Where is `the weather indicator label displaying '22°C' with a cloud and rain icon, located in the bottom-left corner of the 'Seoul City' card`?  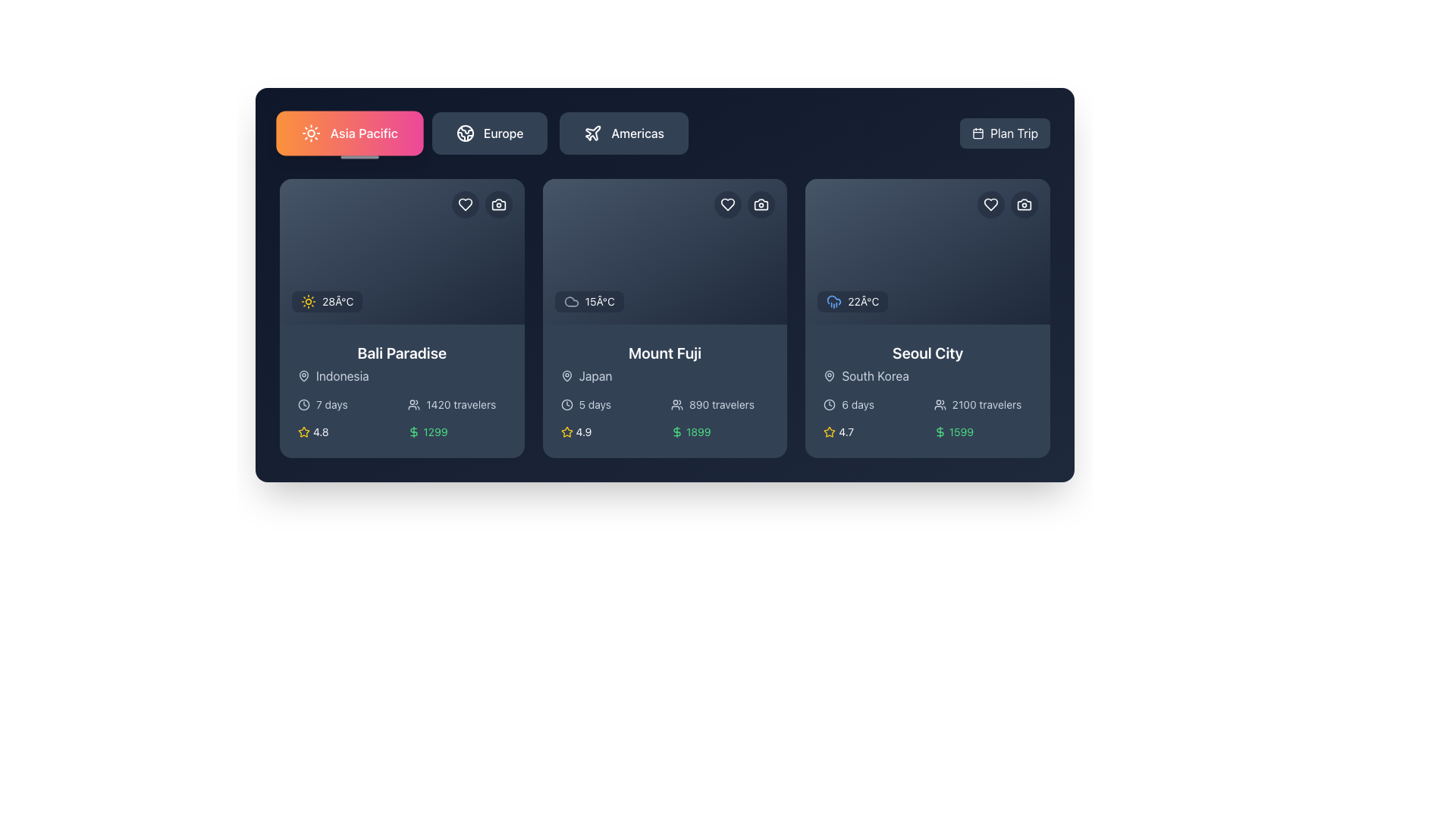 the weather indicator label displaying '22°C' with a cloud and rain icon, located in the bottom-left corner of the 'Seoul City' card is located at coordinates (852, 301).